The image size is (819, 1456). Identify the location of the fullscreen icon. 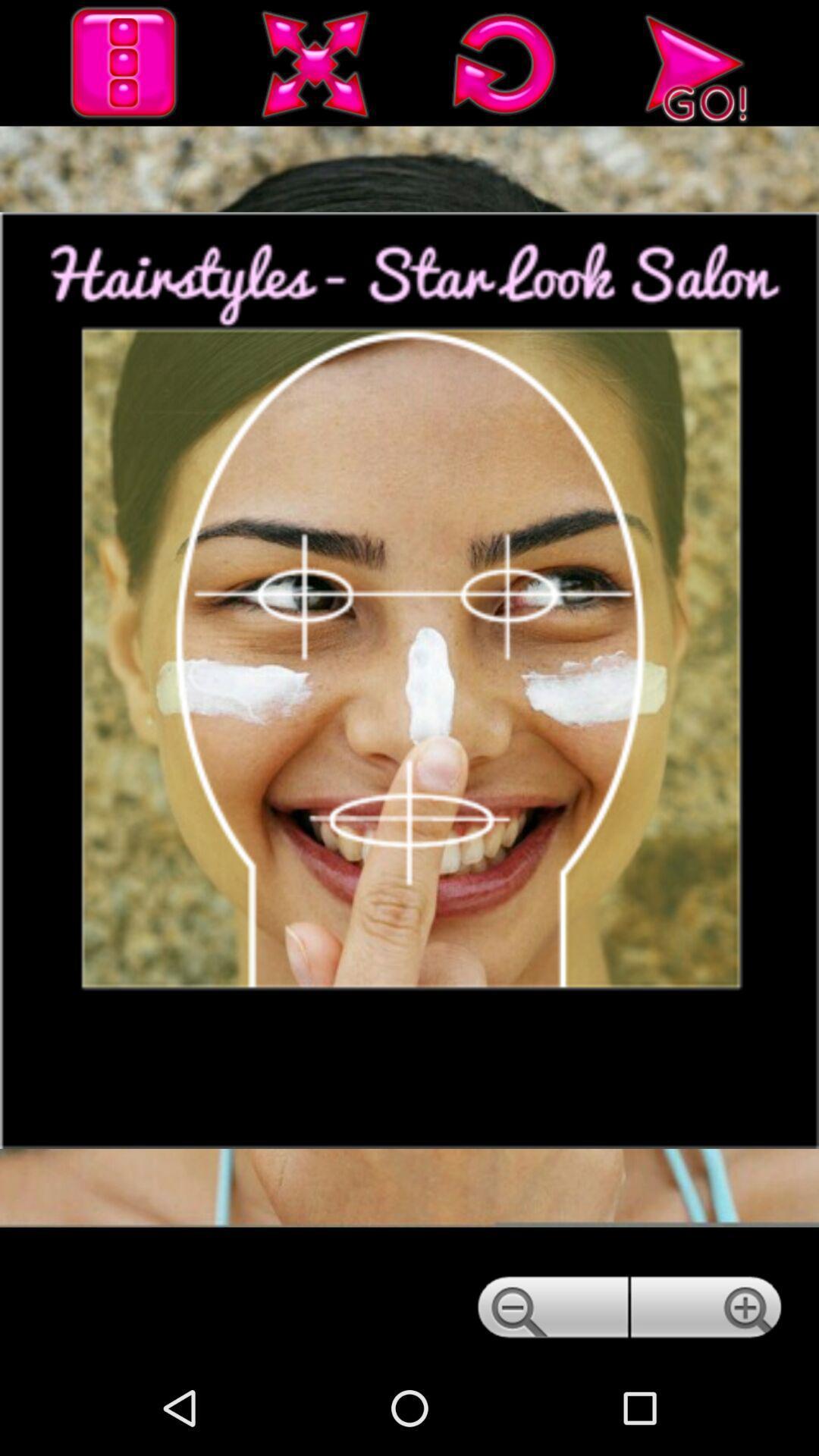
(315, 68).